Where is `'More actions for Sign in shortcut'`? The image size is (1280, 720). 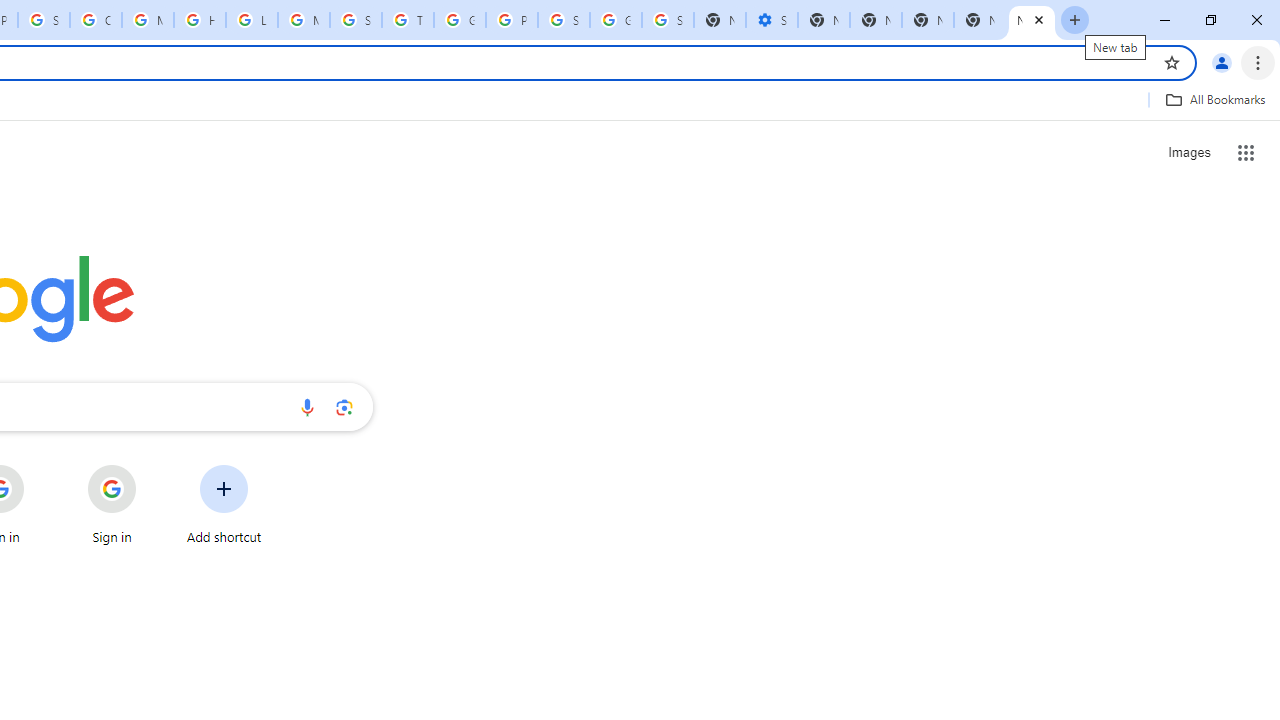 'More actions for Sign in shortcut' is located at coordinates (151, 466).